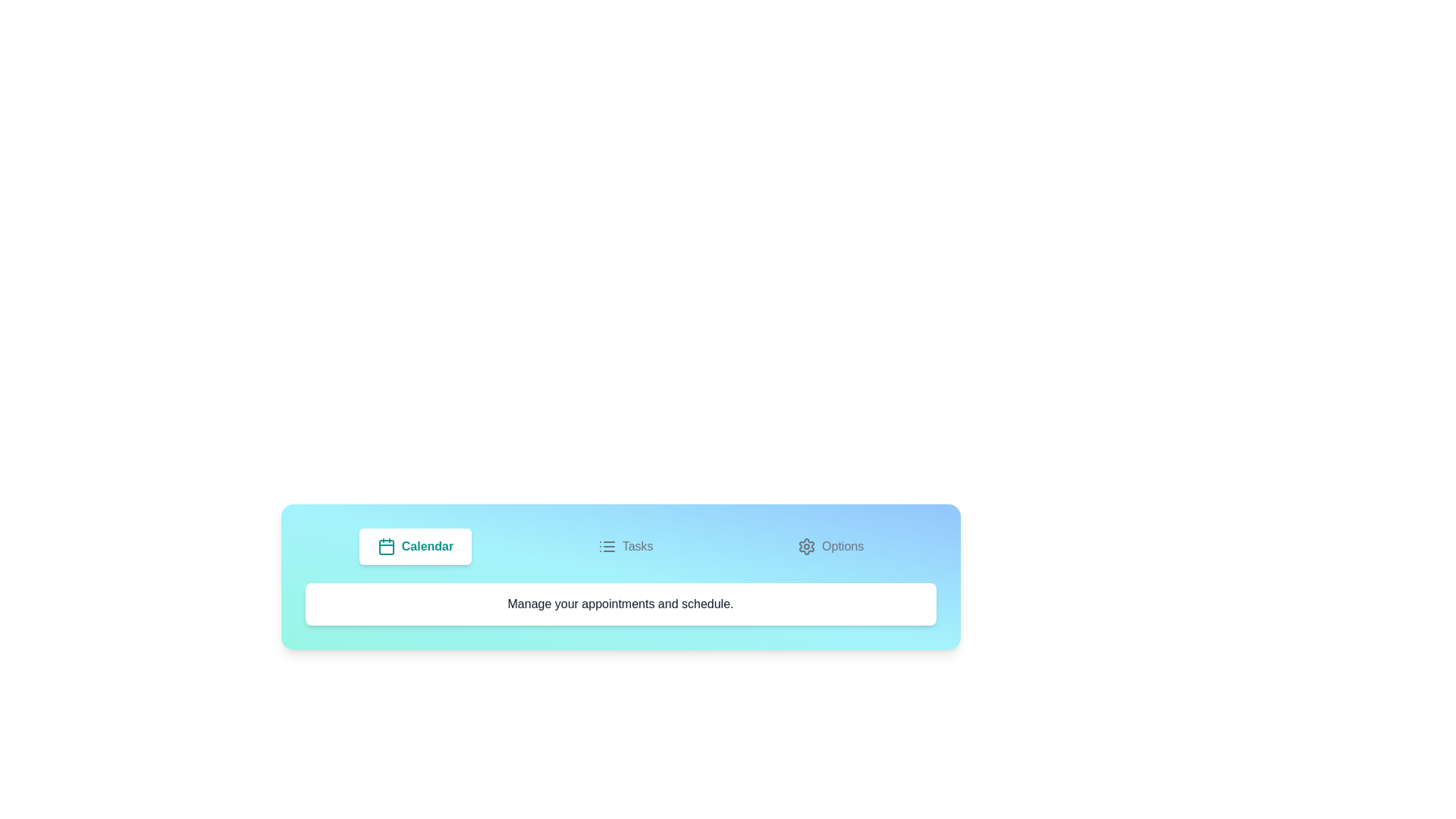  I want to click on the tab button labeled Tasks to switch to the corresponding tab, so click(626, 547).